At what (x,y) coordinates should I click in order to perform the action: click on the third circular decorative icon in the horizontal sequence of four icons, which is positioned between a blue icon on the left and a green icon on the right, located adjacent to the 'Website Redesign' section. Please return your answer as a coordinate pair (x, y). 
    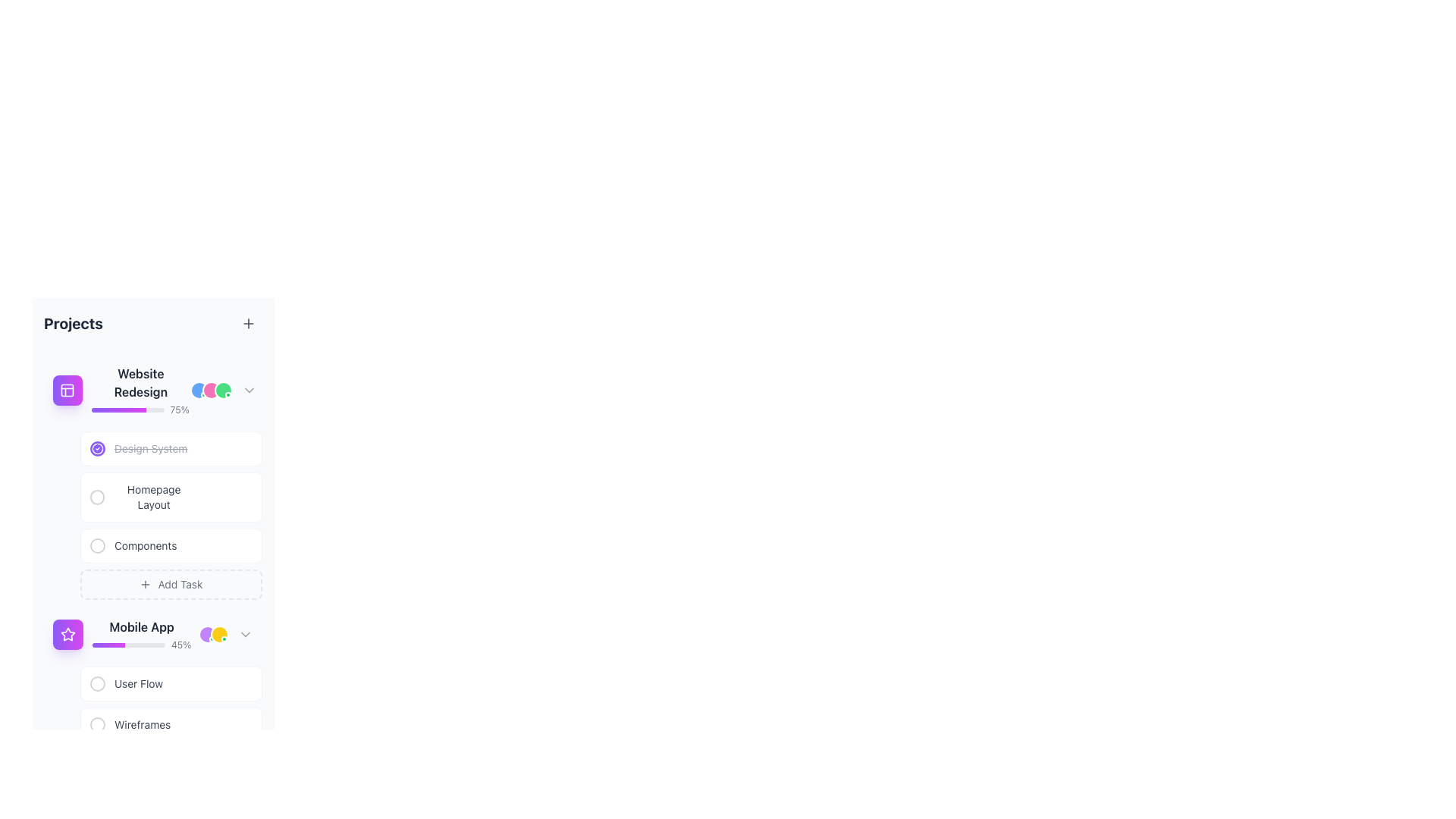
    Looking at the image, I should click on (211, 390).